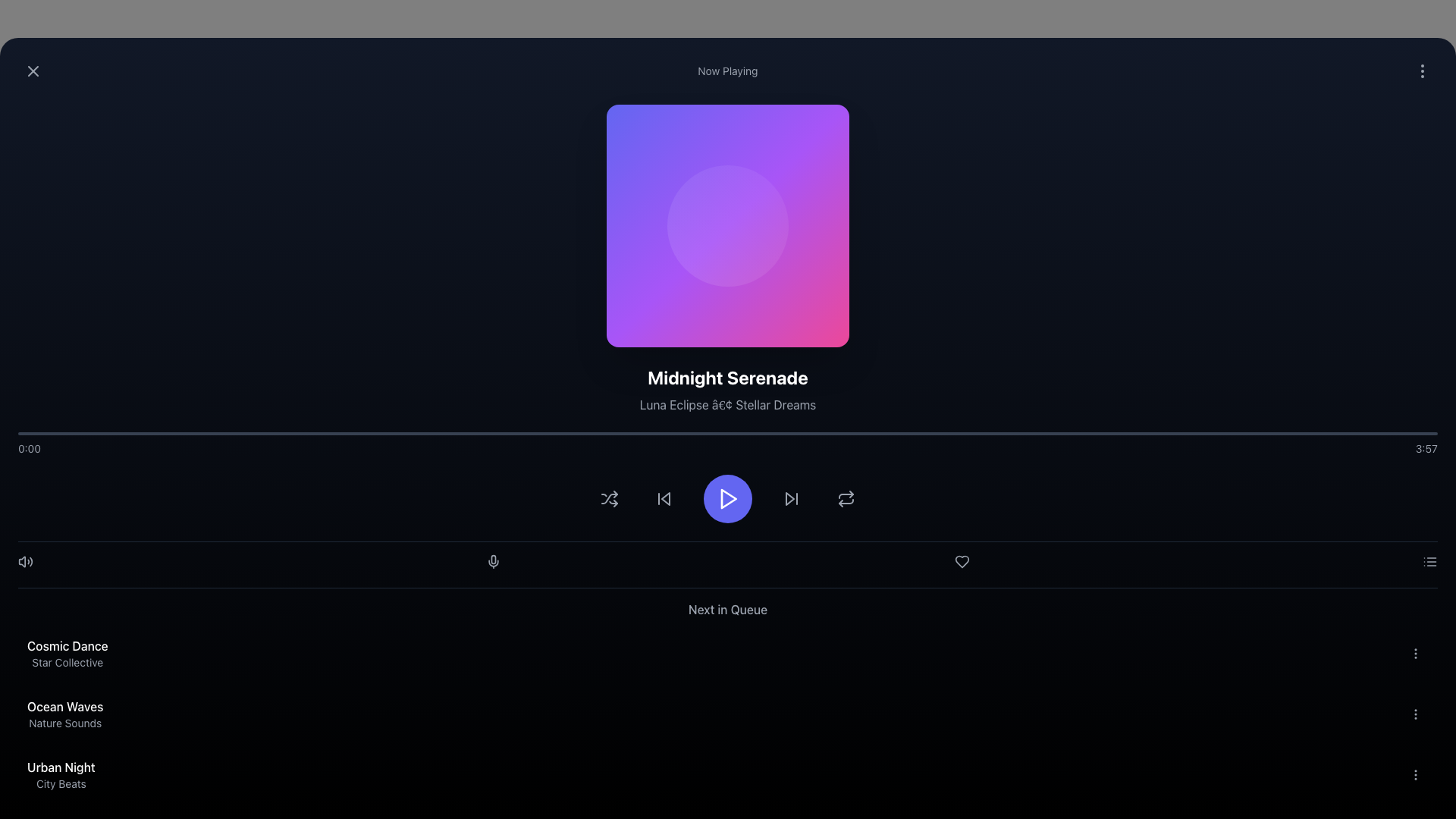 This screenshot has width=1456, height=819. What do you see at coordinates (67, 662) in the screenshot?
I see `the 'Star Collective' static text label, which is styled in a smaller font size and colored in a lighter gray shade, located directly below the 'Cosmic Dance' text` at bounding box center [67, 662].